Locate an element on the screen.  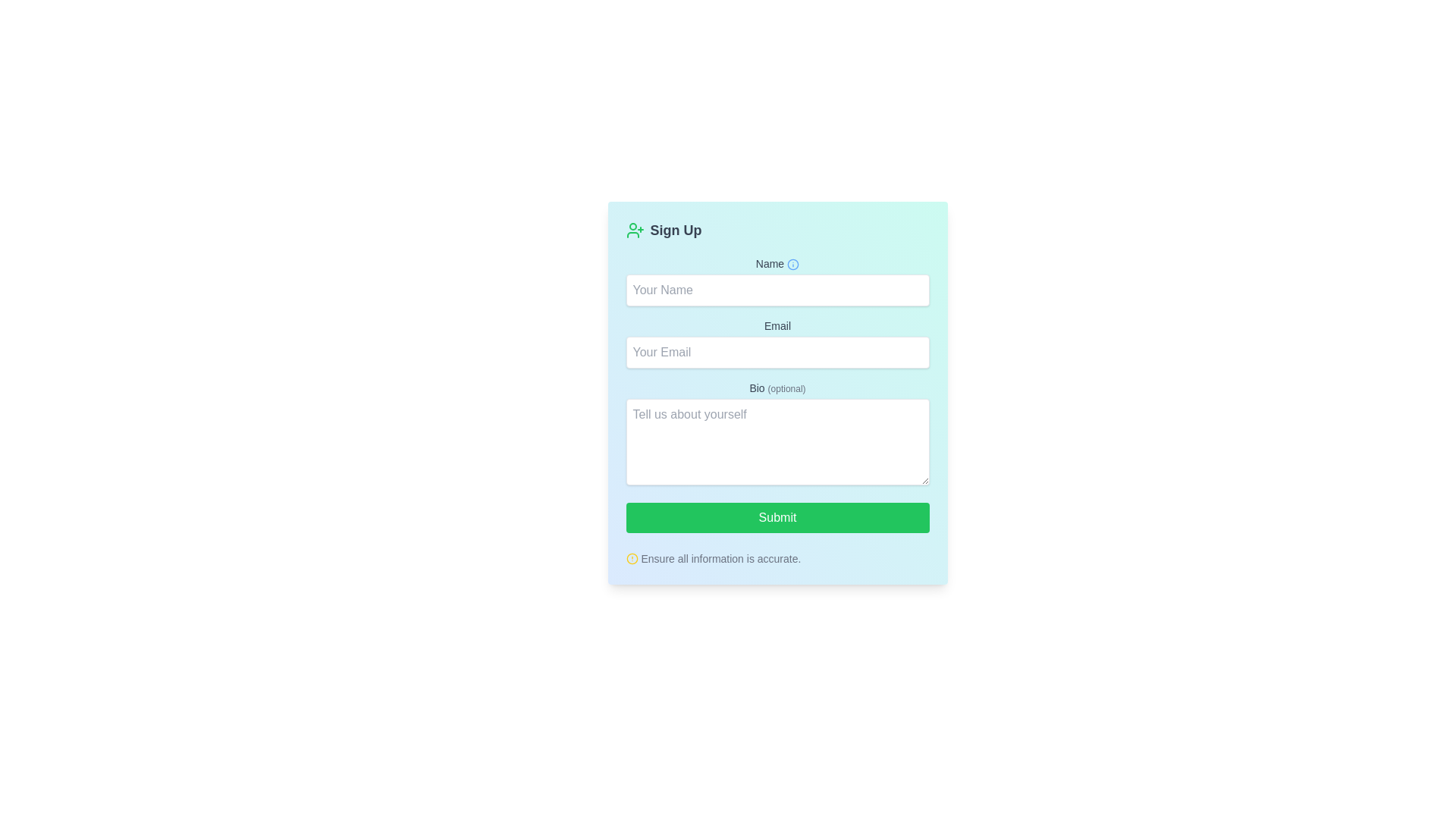
advisory message text label with icon located beneath the 'Submit' button at the bottom of the form is located at coordinates (777, 555).